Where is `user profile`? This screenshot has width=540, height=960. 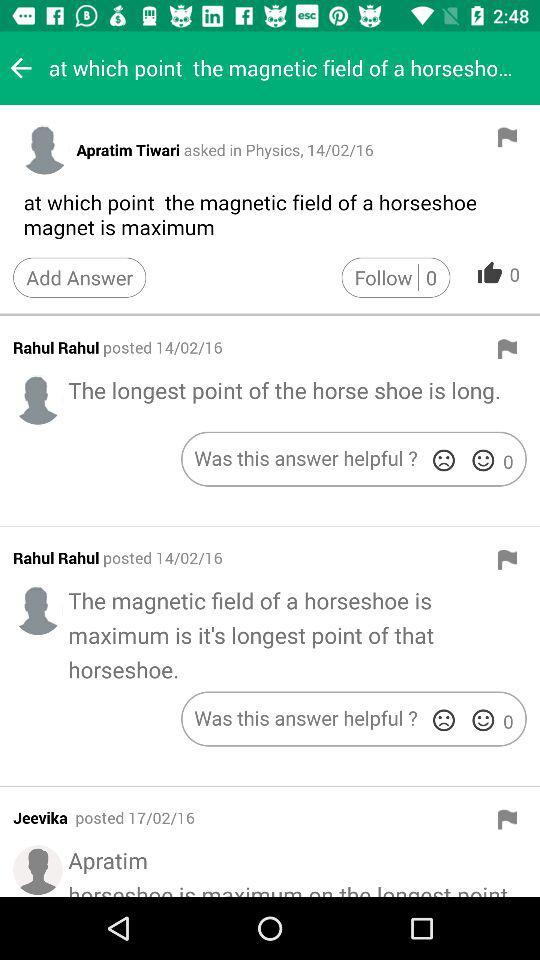
user profile is located at coordinates (38, 609).